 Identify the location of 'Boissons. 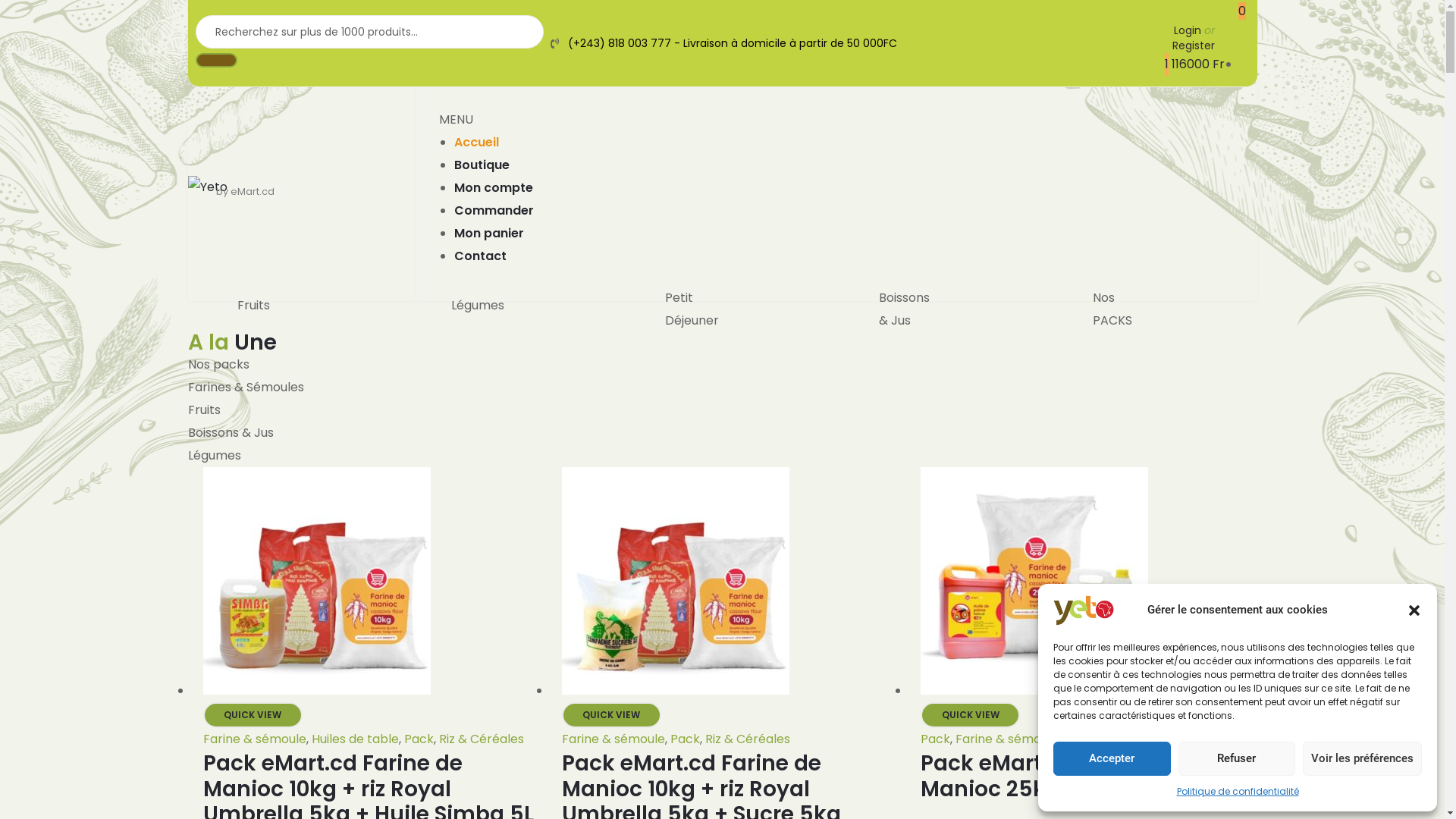
(877, 308).